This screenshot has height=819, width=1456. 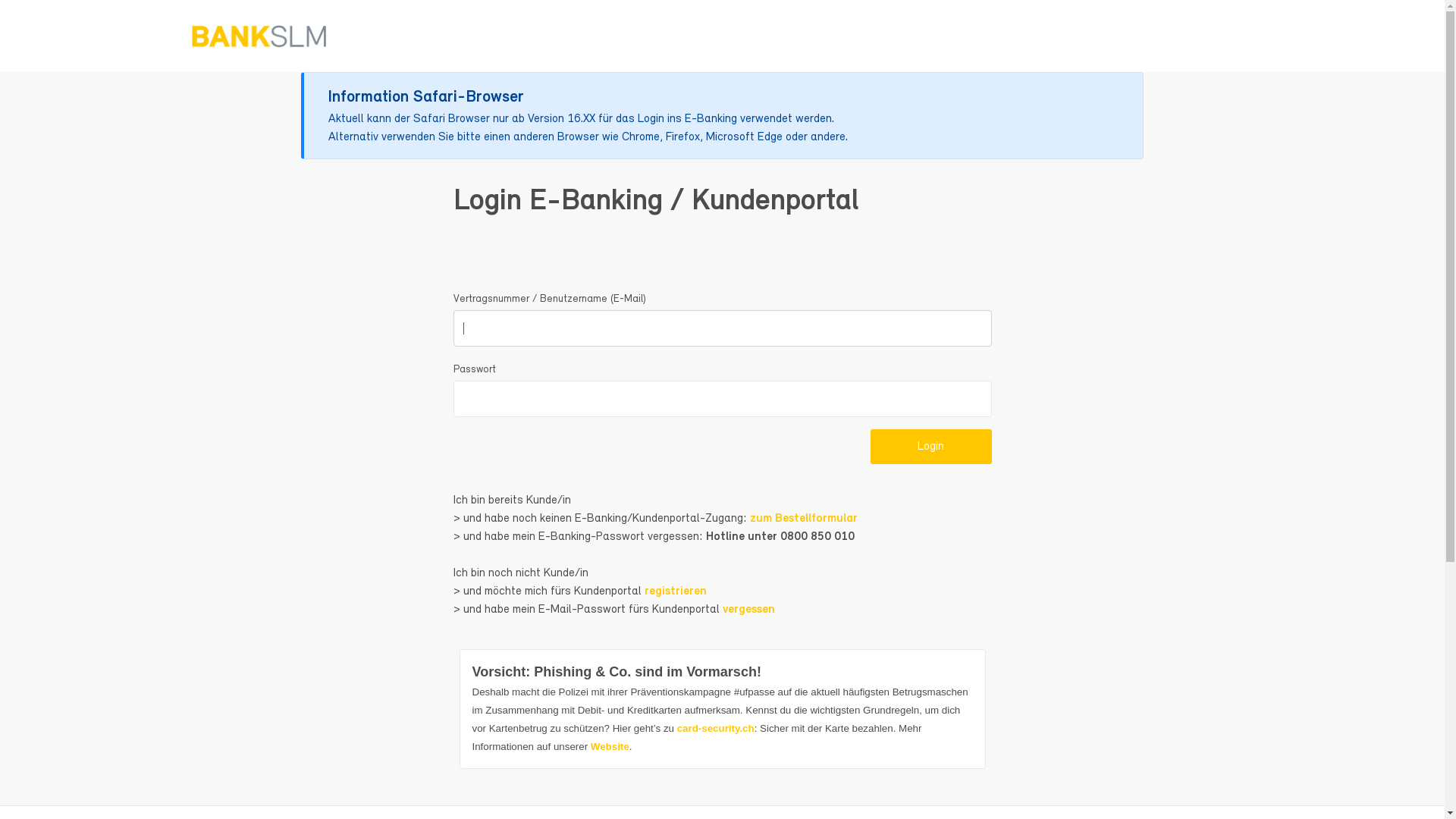 I want to click on 'zum Bestellformular', so click(x=802, y=517).